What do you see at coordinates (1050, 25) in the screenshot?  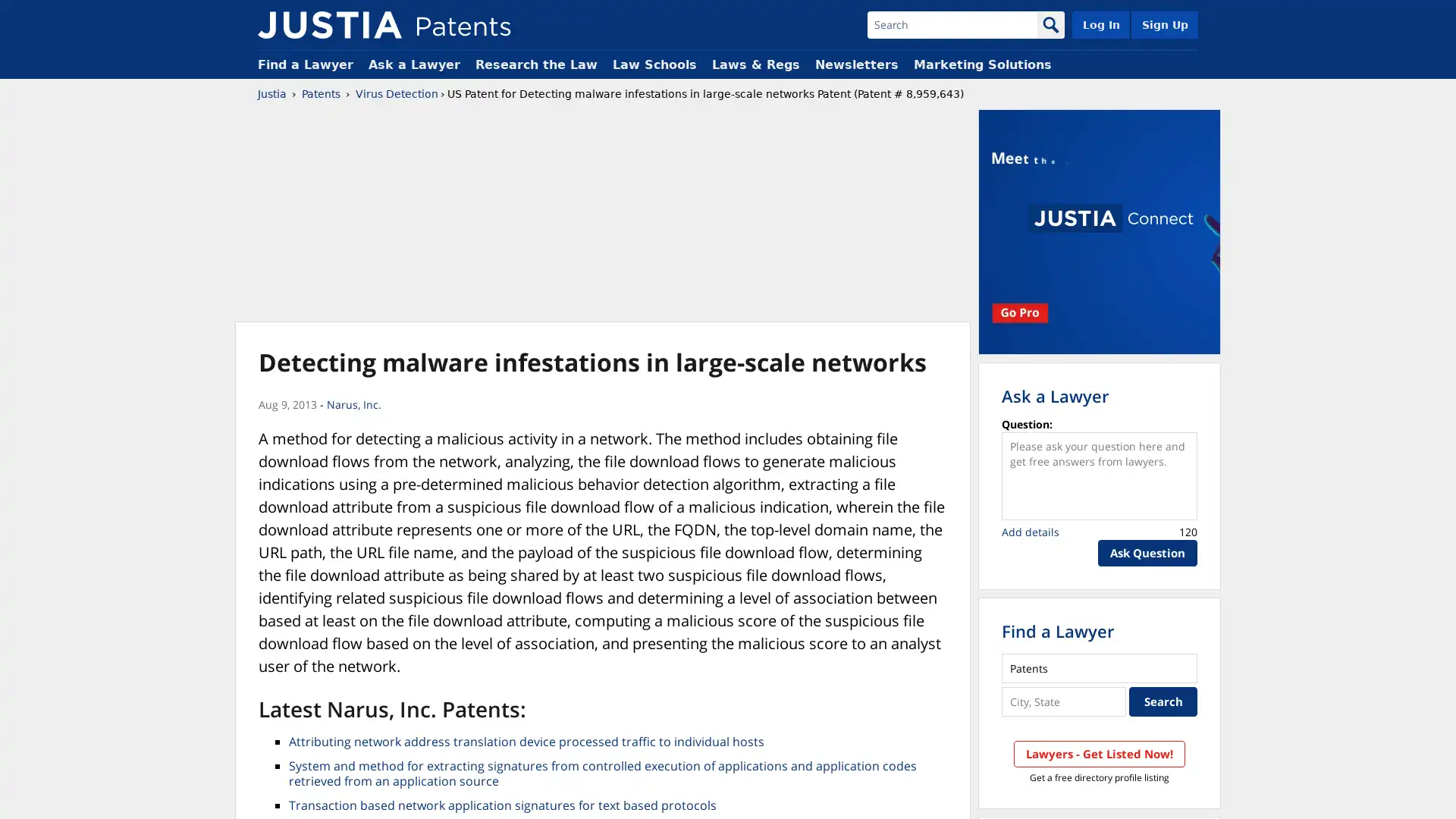 I see `search` at bounding box center [1050, 25].